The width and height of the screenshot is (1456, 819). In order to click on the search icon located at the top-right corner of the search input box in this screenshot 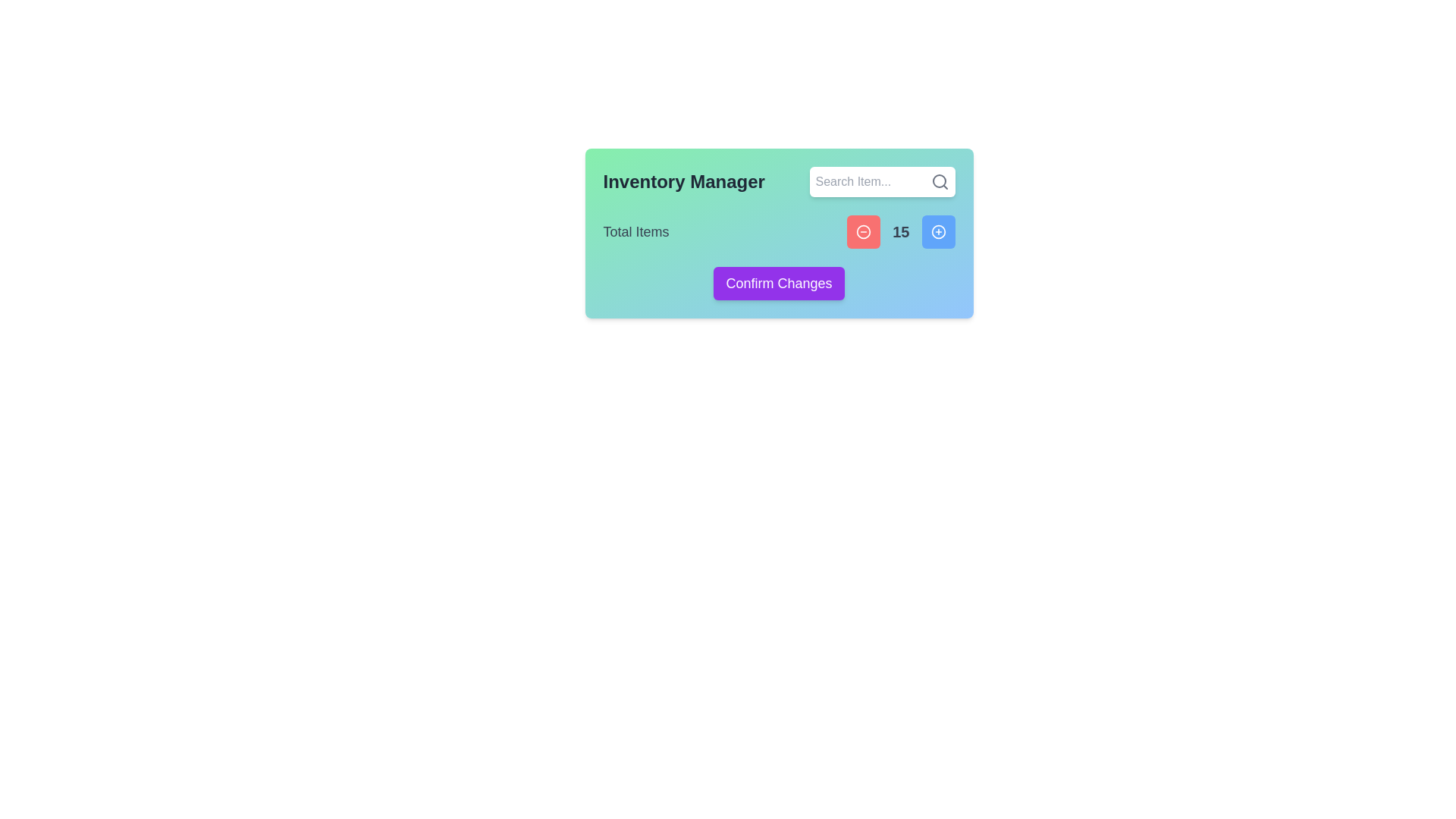, I will do `click(939, 180)`.